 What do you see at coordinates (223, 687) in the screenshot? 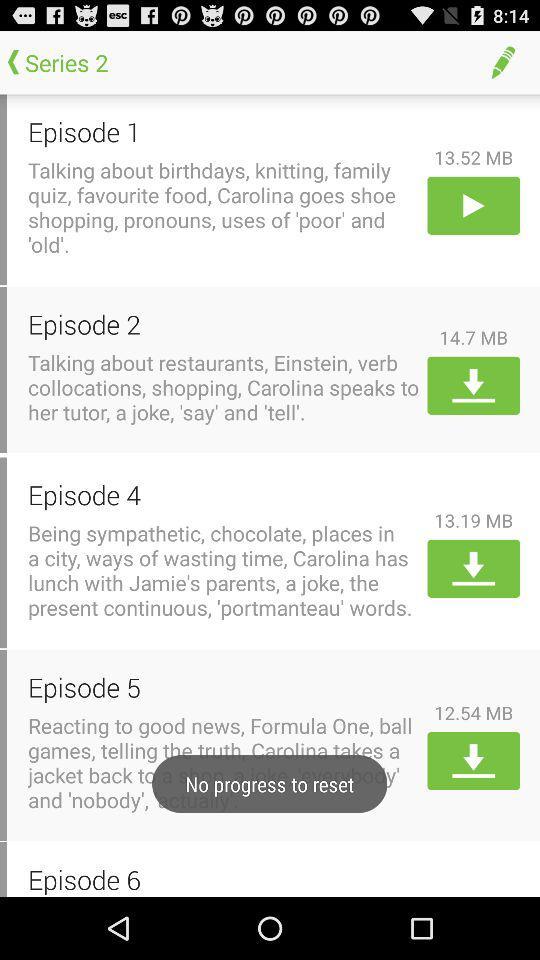
I see `item next to the 12.54 mb icon` at bounding box center [223, 687].